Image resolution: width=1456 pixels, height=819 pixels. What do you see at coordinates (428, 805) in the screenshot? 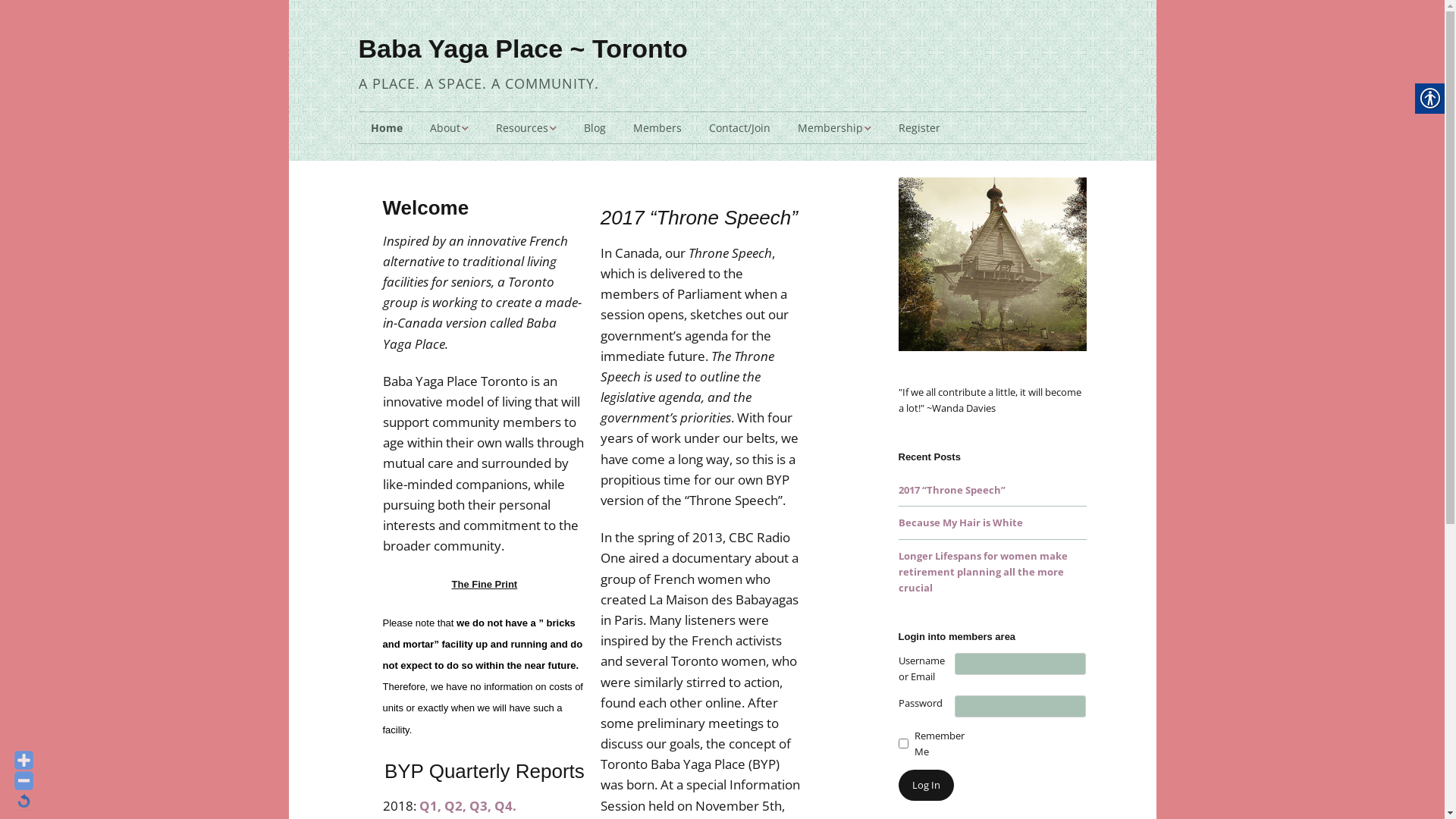
I see `'Q1,'` at bounding box center [428, 805].